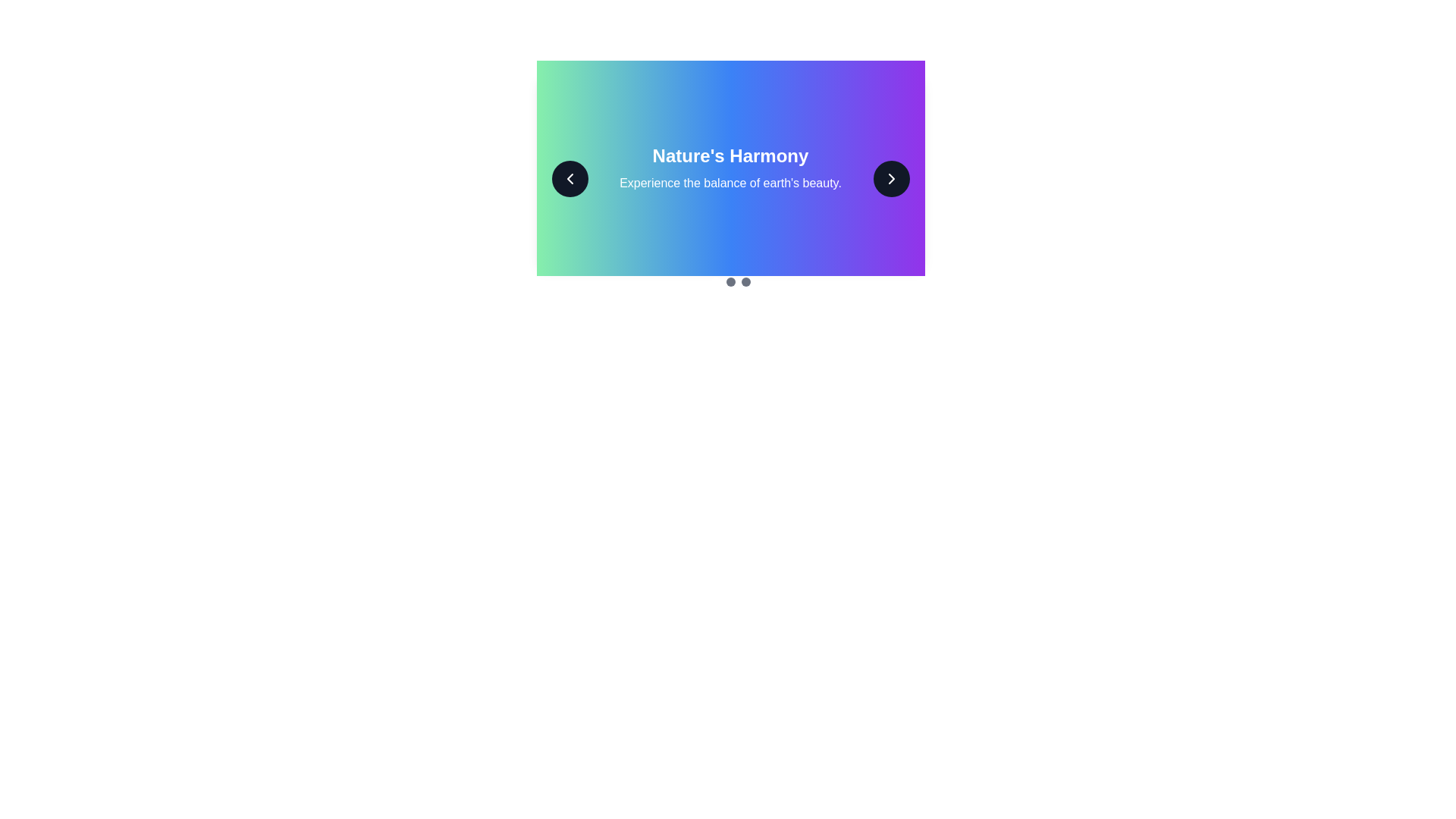 The height and width of the screenshot is (819, 1456). I want to click on the first Carousel indicator dot, which is a small circular dot with a white background located beneath the carousel interface, so click(714, 281).